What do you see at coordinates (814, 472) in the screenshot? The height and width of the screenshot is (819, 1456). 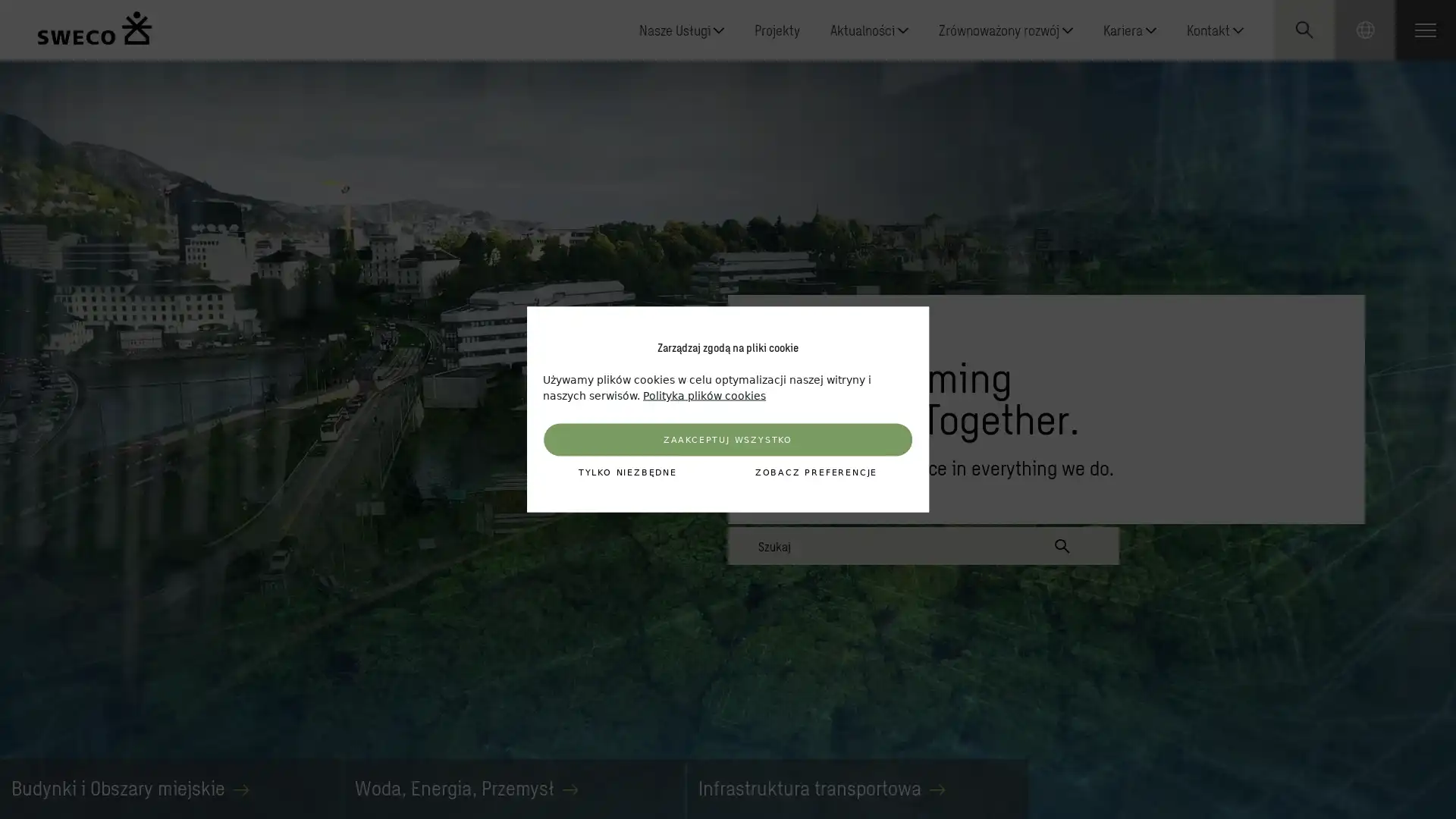 I see `ZOBACZ PREFERENCJE` at bounding box center [814, 472].